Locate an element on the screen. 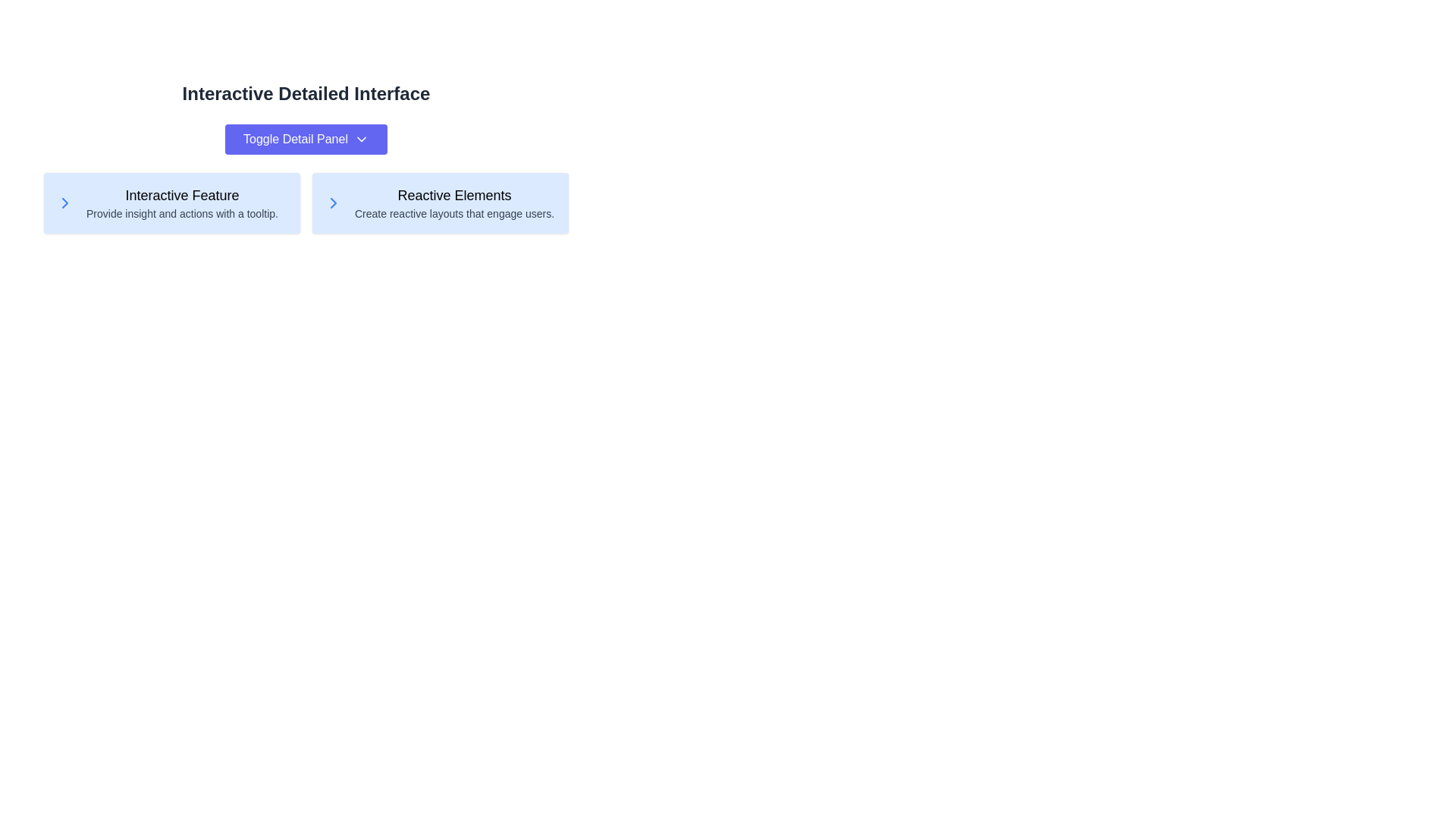 The width and height of the screenshot is (1456, 819). descriptive and title text from the card-like UI component labeled 'Reactive Elements' which is the second in a horizontal row of similar components is located at coordinates (453, 202).